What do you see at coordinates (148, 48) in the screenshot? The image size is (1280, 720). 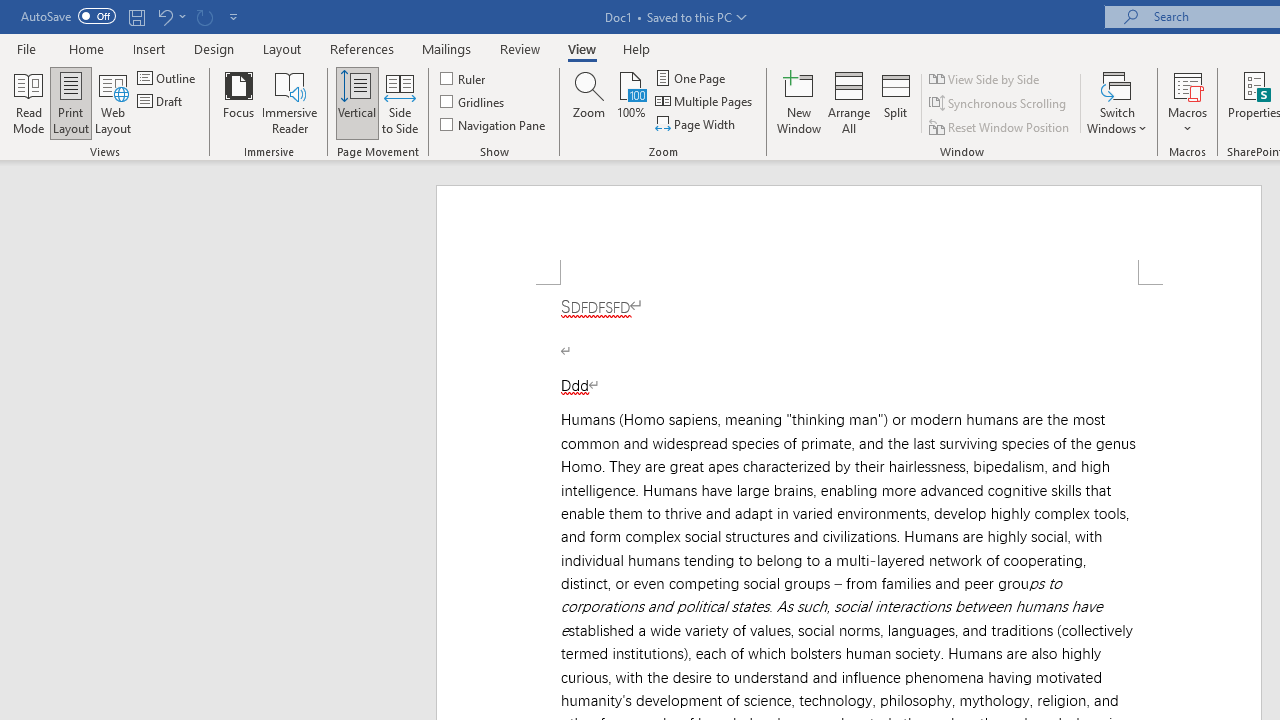 I see `'Insert'` at bounding box center [148, 48].